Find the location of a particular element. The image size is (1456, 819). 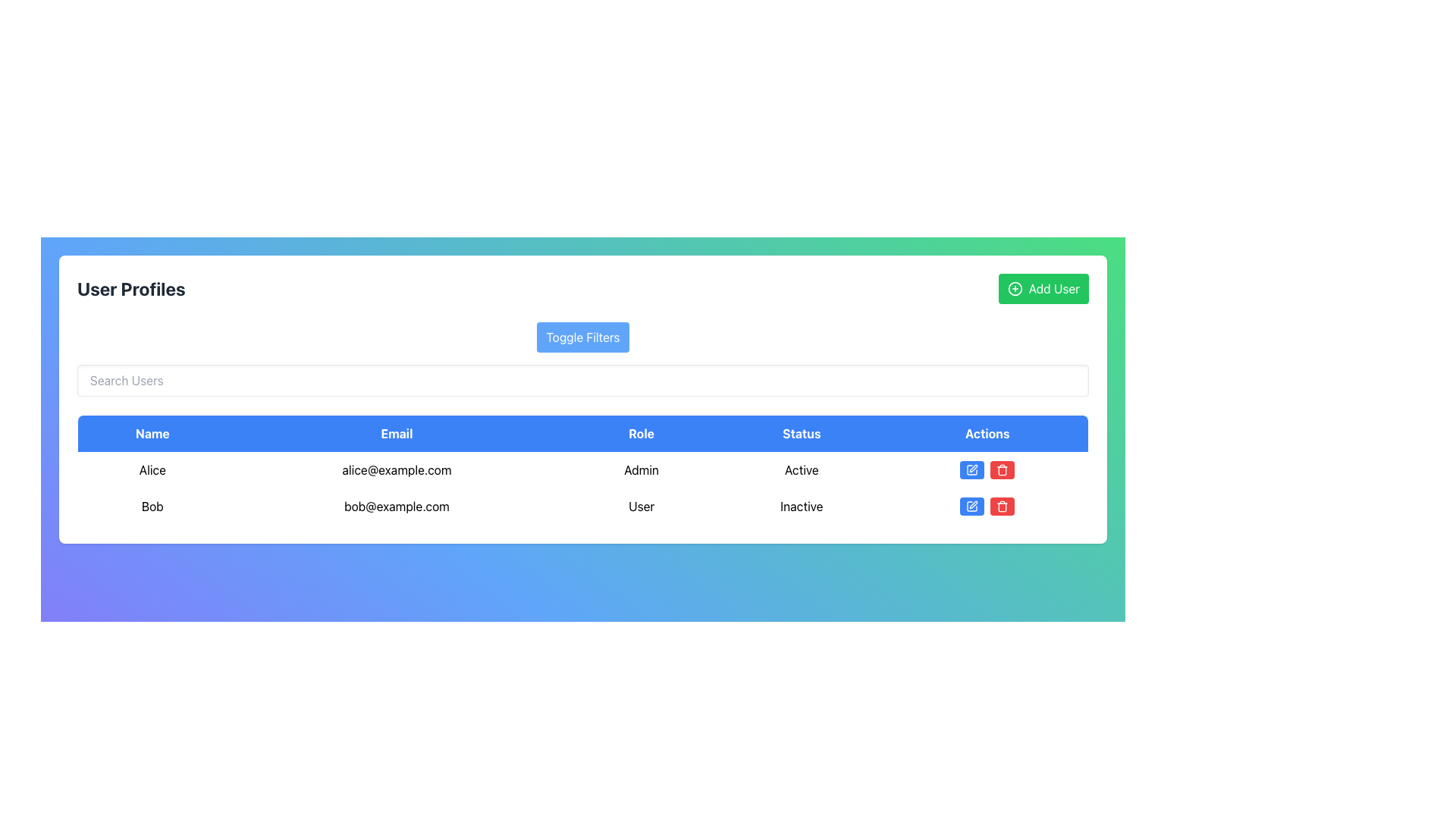

the edit icon in the Actions column of the user profile table for Alice is located at coordinates (974, 505).